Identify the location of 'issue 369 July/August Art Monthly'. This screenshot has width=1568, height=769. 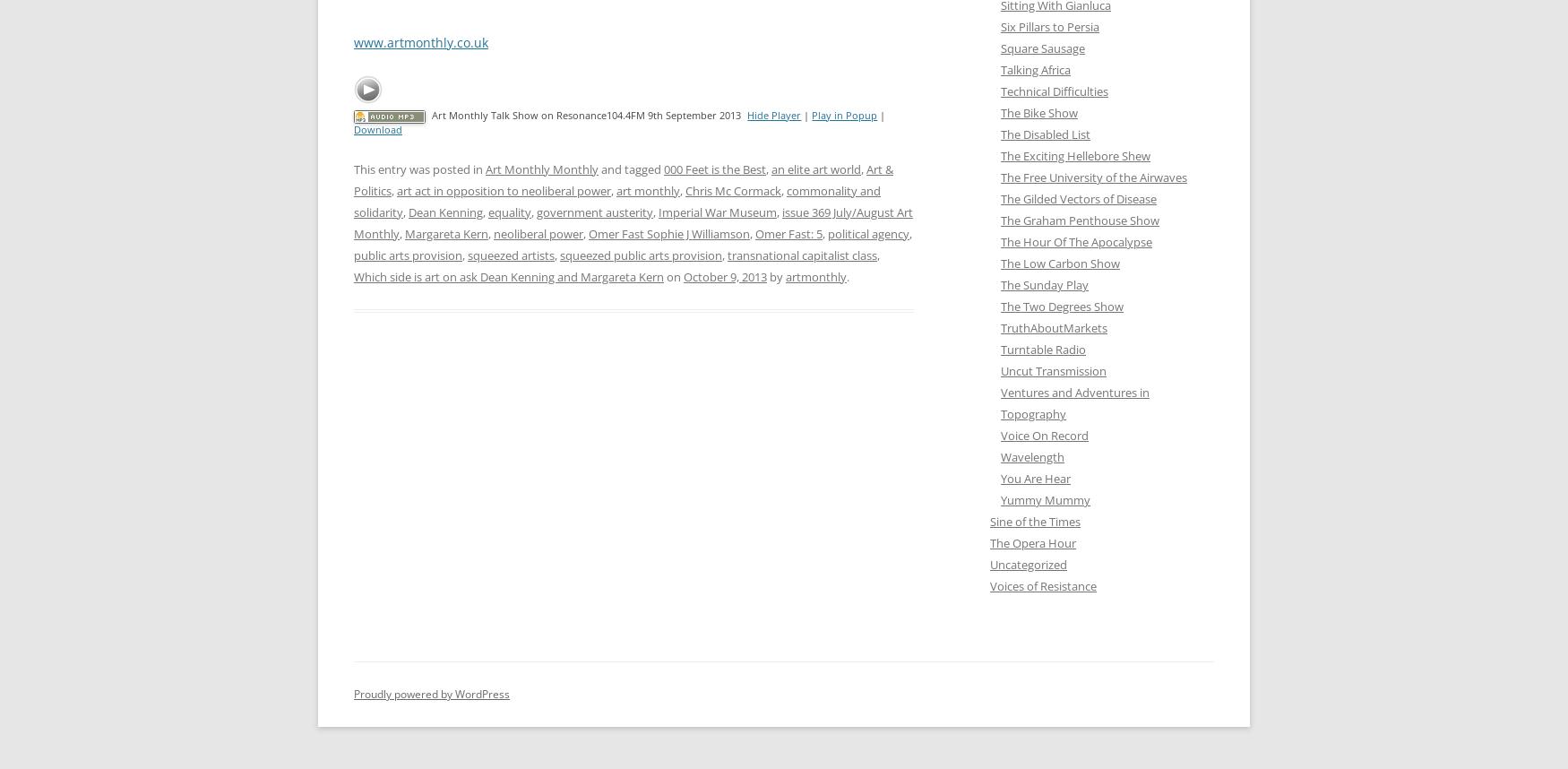
(352, 220).